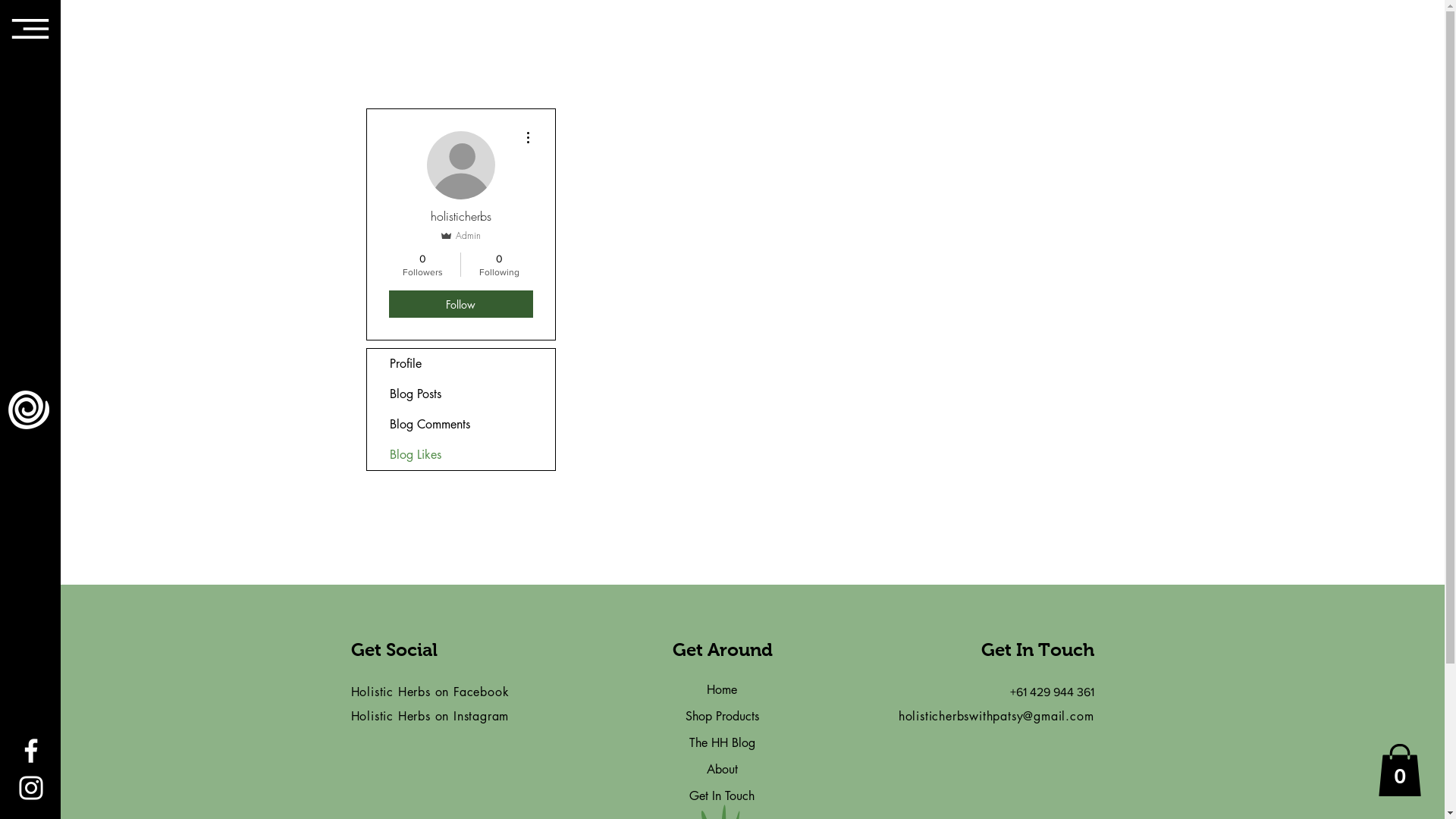  What do you see at coordinates (422, 263) in the screenshot?
I see `'0` at bounding box center [422, 263].